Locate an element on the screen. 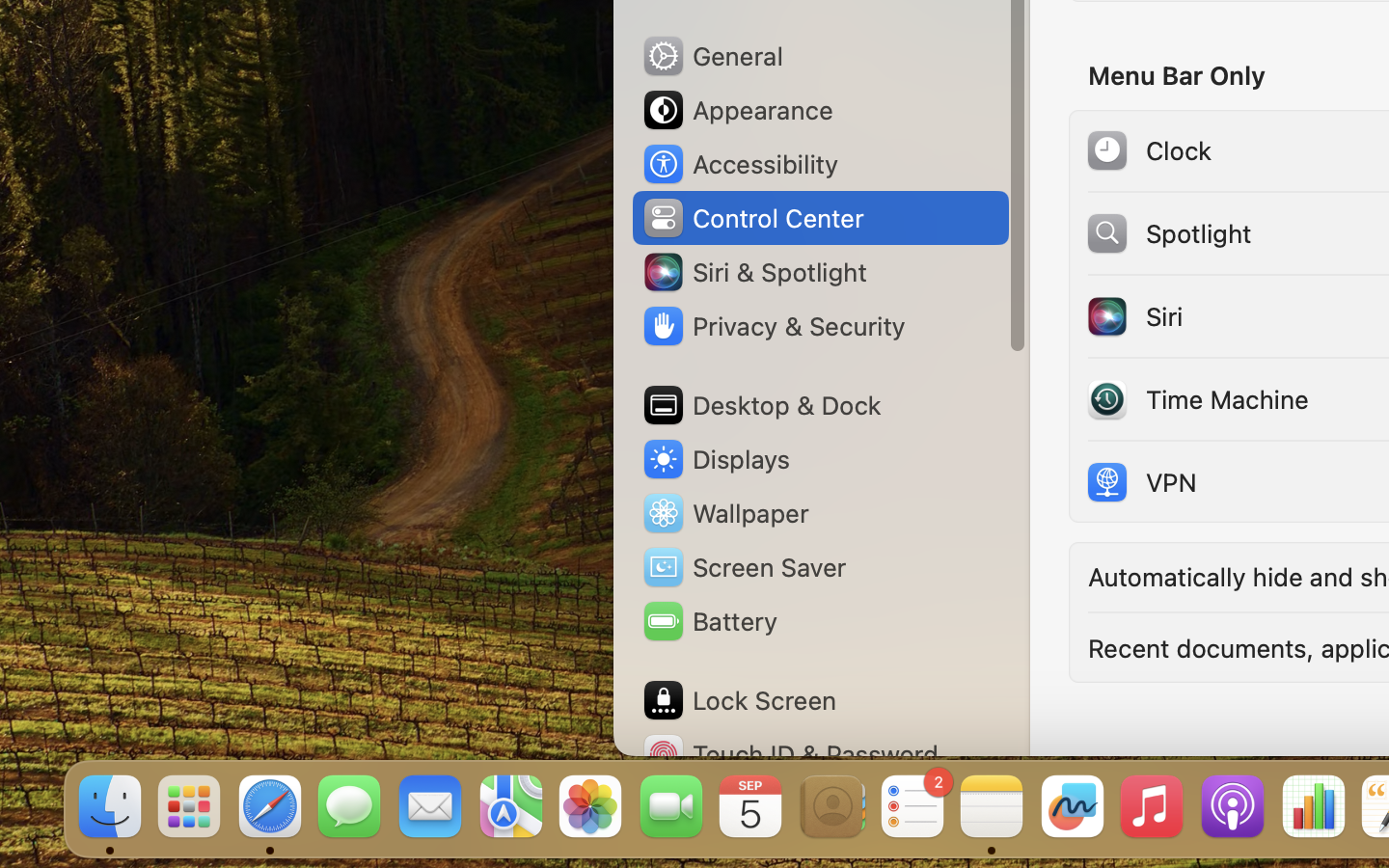 Image resolution: width=1389 pixels, height=868 pixels. 'Siri & Spotlight' is located at coordinates (753, 270).